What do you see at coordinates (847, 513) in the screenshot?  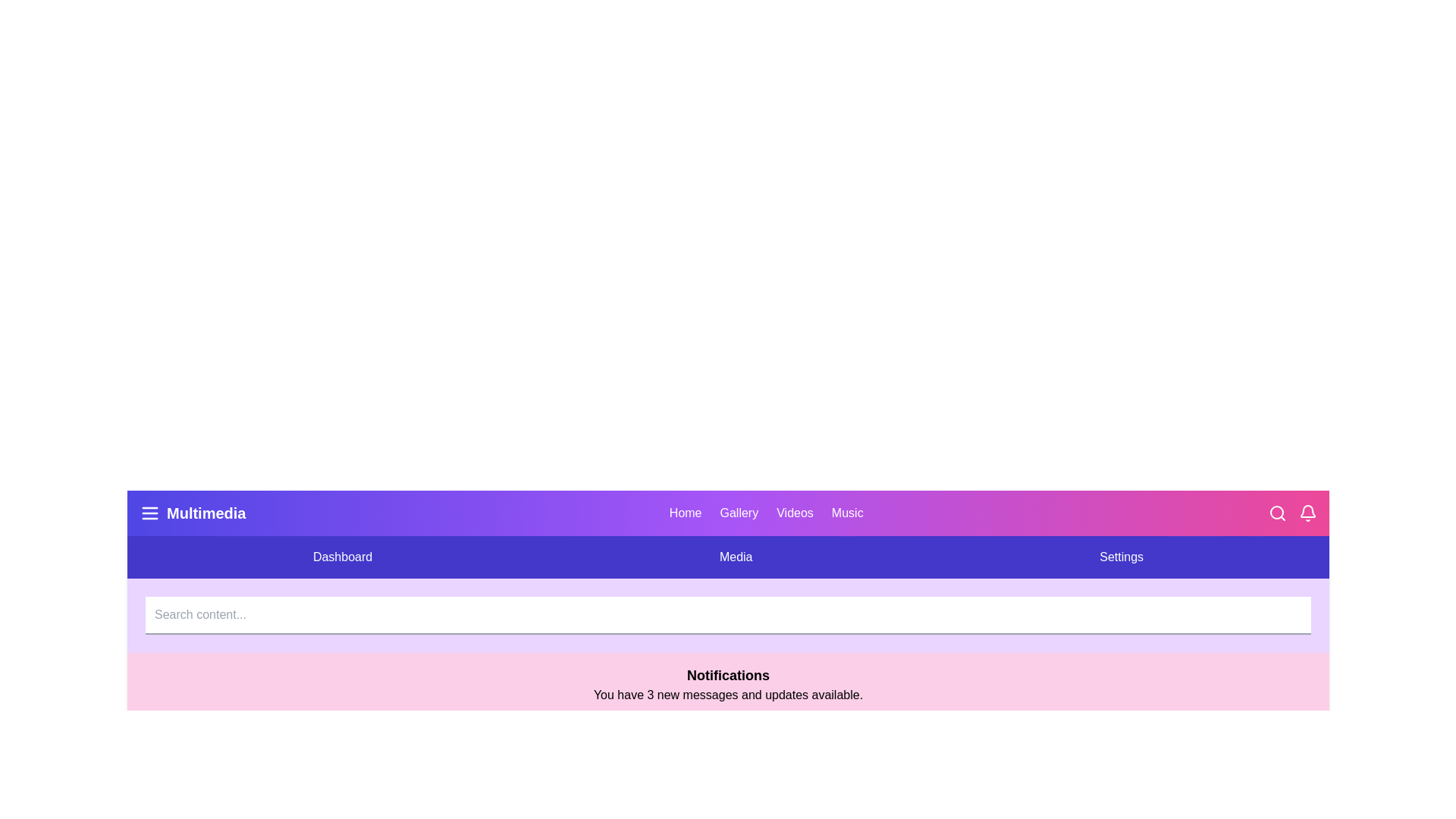 I see `the section labeled Music in the navigation bar` at bounding box center [847, 513].